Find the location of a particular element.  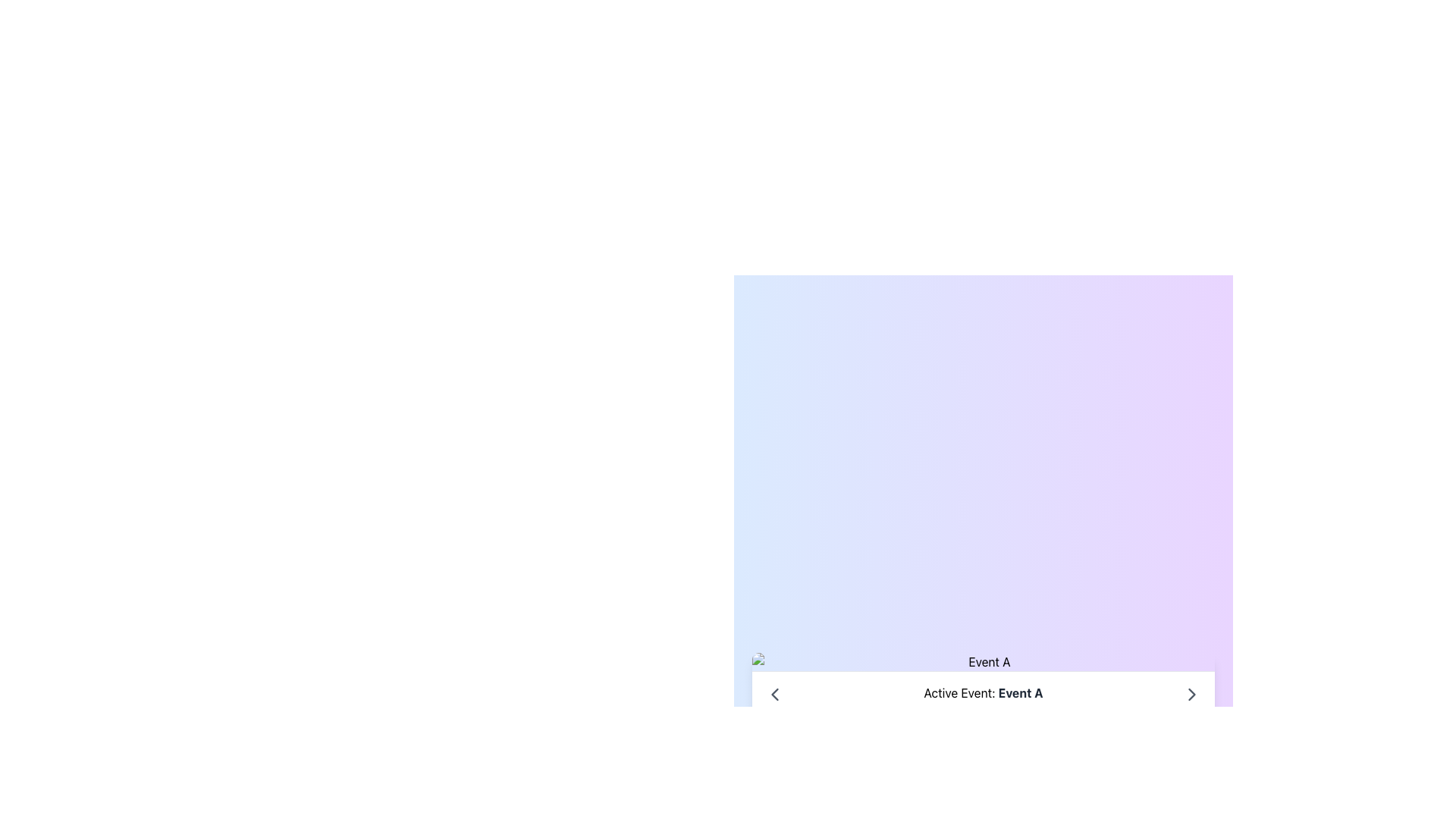

the leftward-pointing chevron button in dark gray located at the far left side of the footer bar is located at coordinates (775, 694).